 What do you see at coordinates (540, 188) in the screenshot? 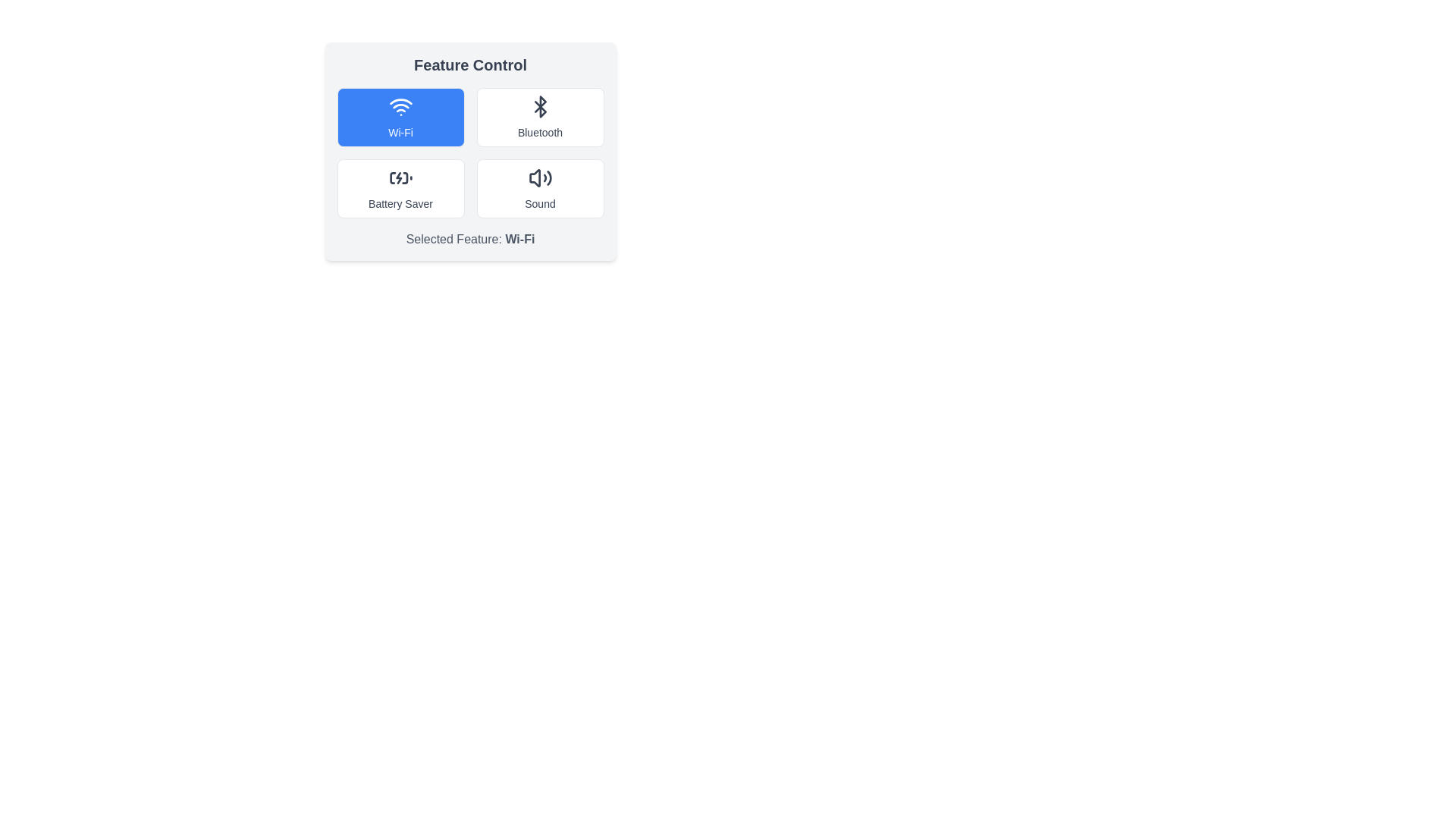
I see `the feature Sound by clicking on its corresponding button` at bounding box center [540, 188].